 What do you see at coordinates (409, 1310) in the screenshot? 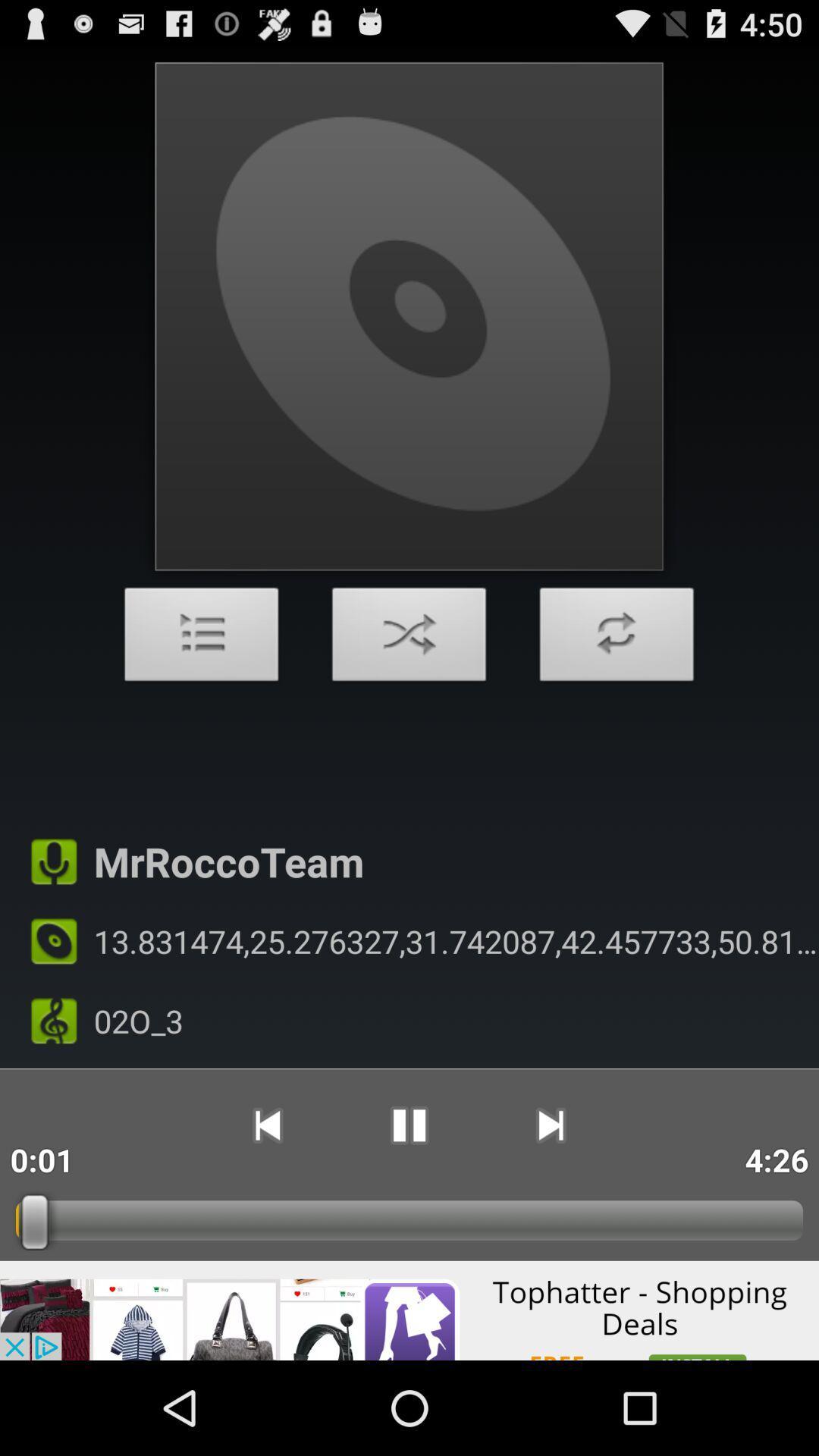
I see `advertisement` at bounding box center [409, 1310].